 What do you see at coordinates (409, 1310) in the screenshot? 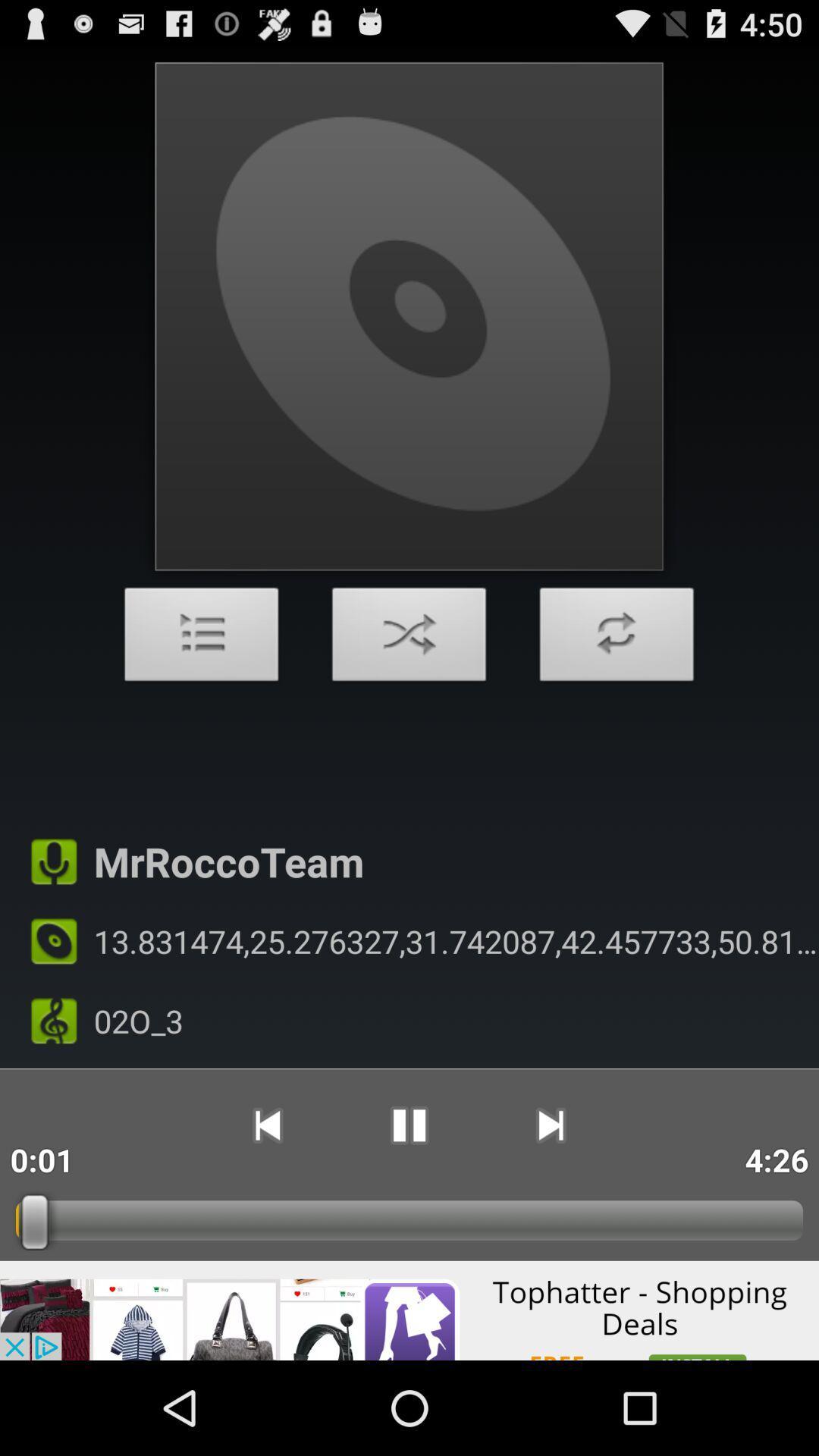
I see `advertisement` at bounding box center [409, 1310].